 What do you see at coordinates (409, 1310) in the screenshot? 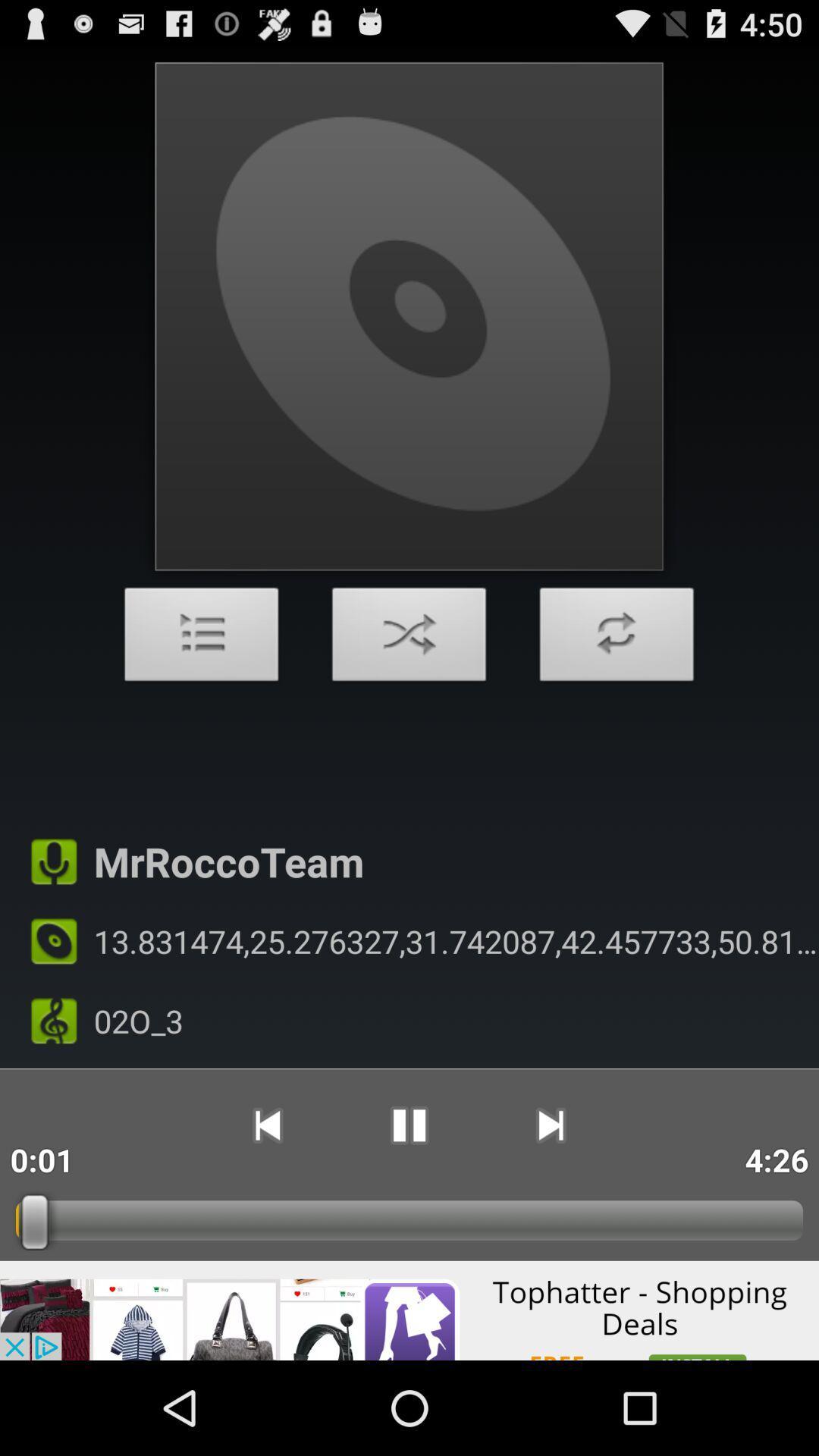
I see `advertisement` at bounding box center [409, 1310].